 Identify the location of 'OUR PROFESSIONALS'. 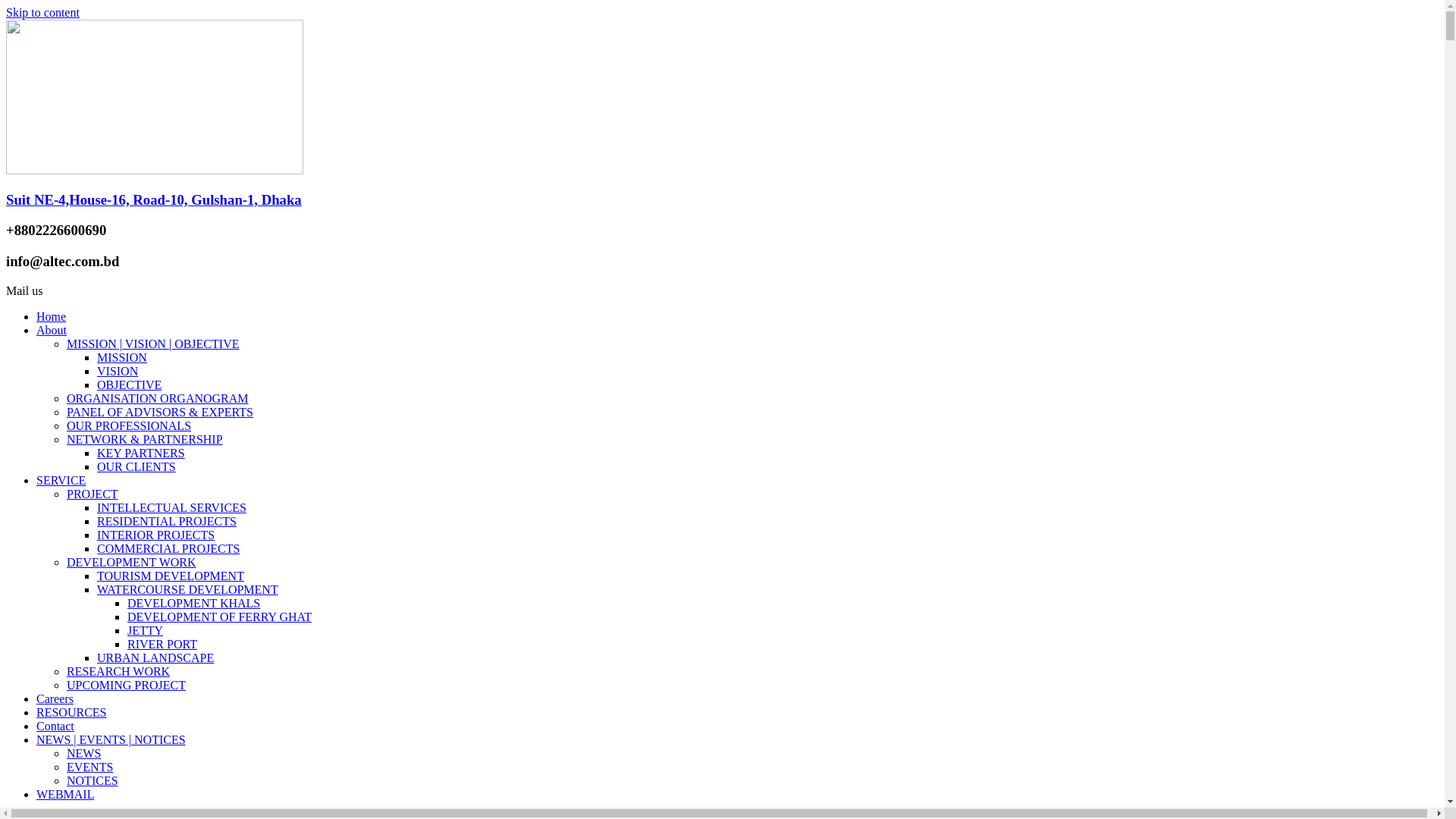
(128, 425).